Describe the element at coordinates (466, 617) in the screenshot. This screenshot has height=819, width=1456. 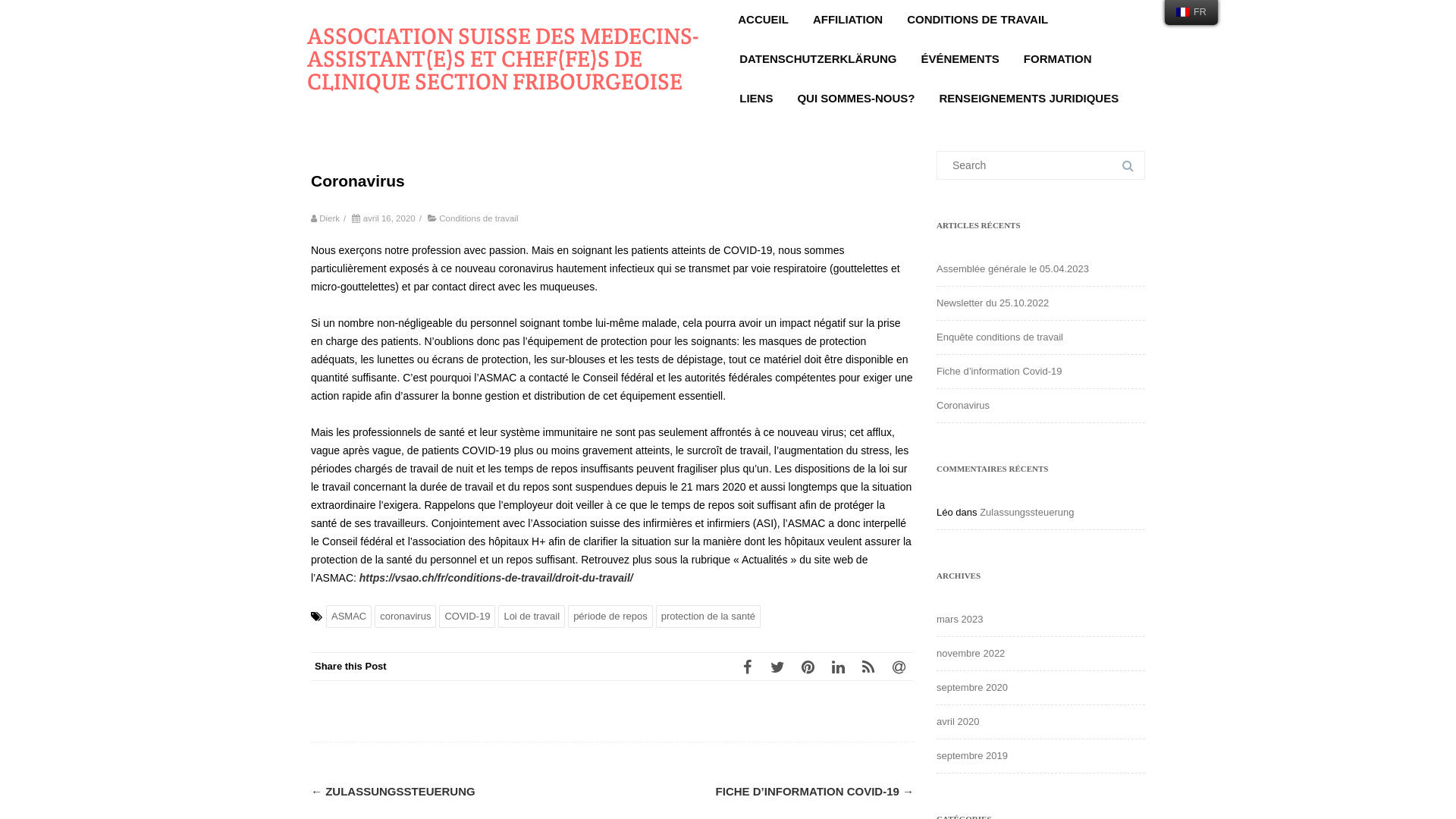
I see `'COVID-19'` at that location.